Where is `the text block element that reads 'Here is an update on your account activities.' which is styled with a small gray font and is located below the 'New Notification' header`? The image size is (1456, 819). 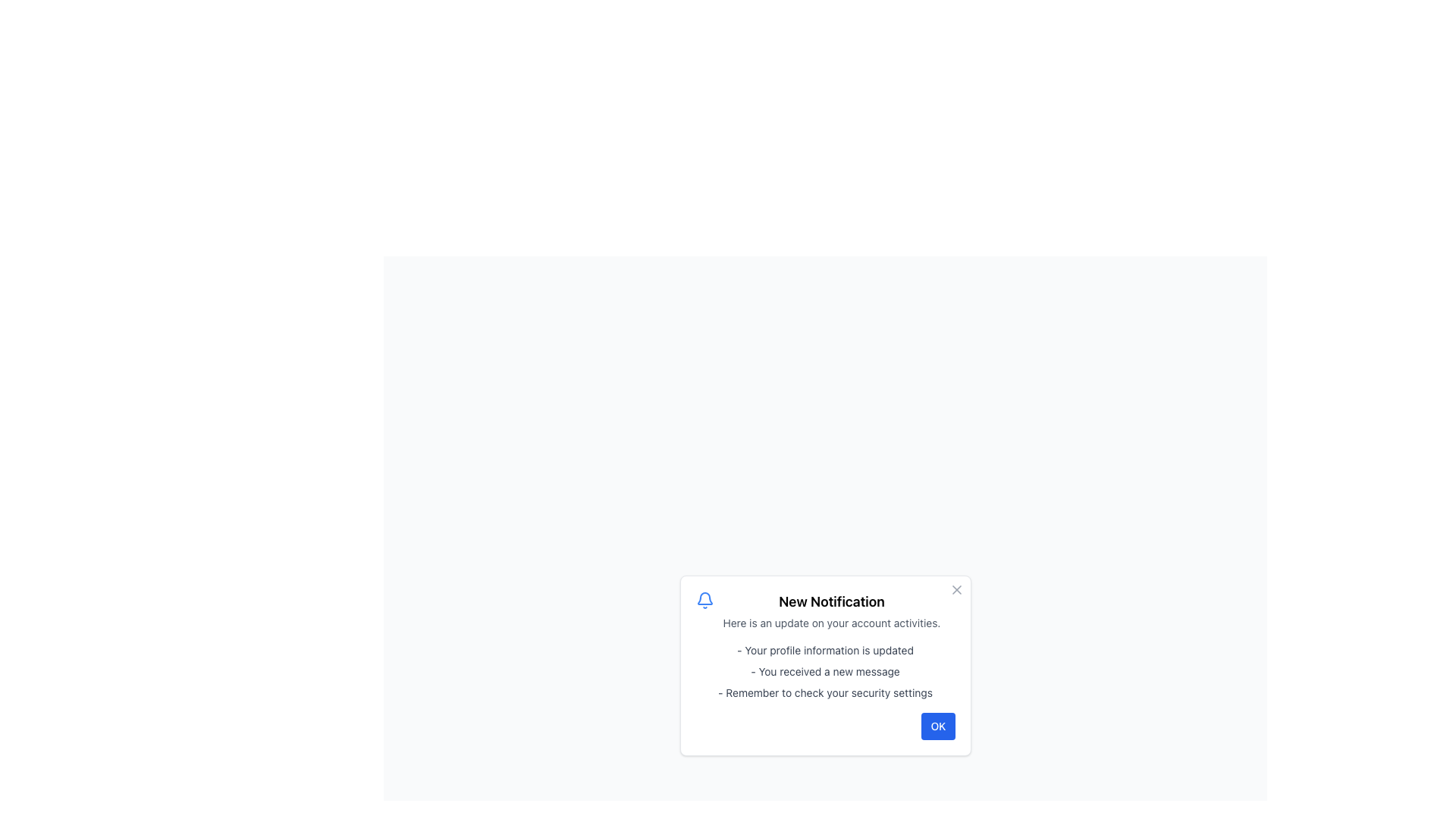 the text block element that reads 'Here is an update on your account activities.' which is styled with a small gray font and is located below the 'New Notification' header is located at coordinates (830, 623).